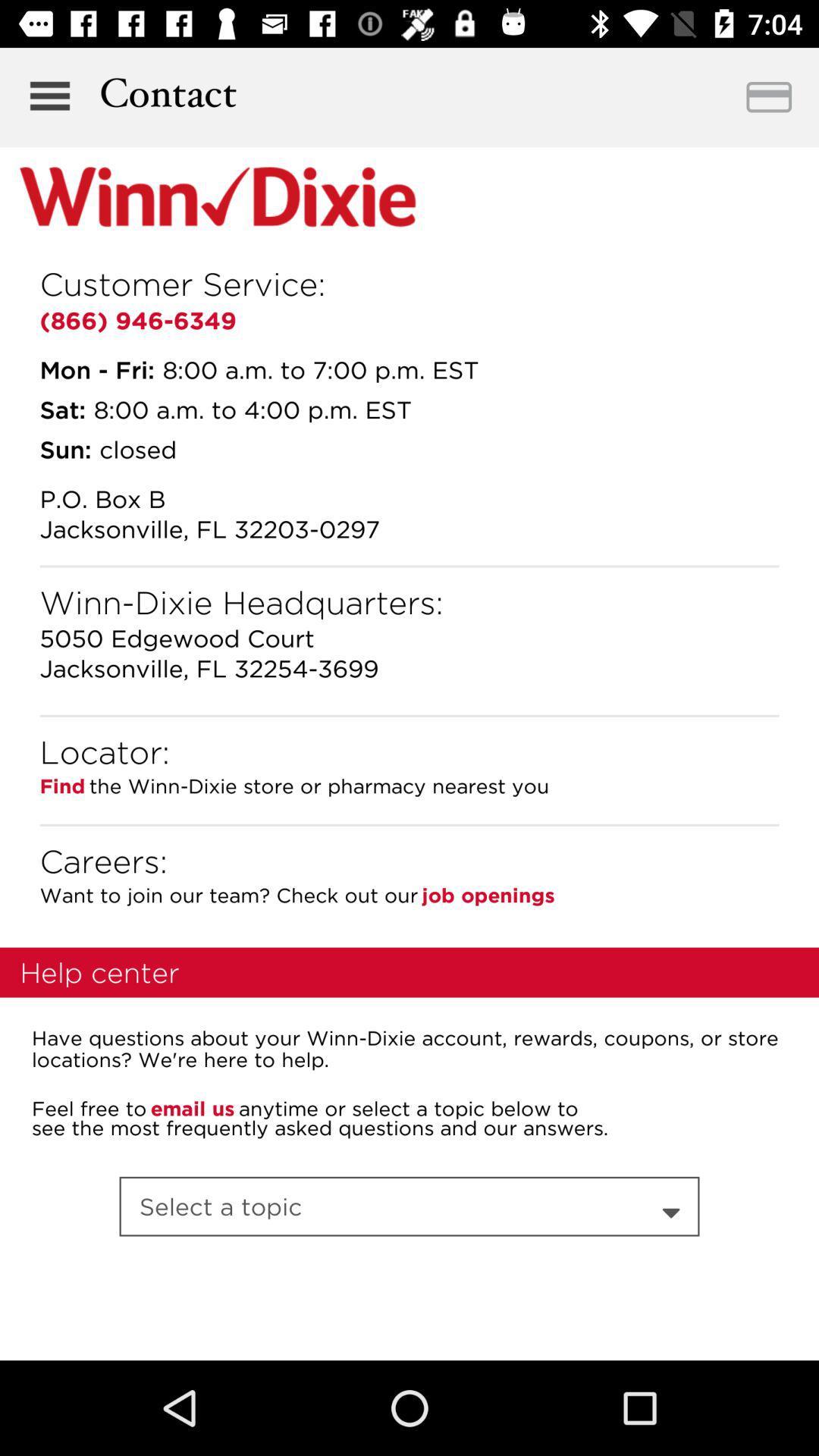 This screenshot has width=819, height=1456. Describe the element at coordinates (228, 895) in the screenshot. I see `icon next to job openings` at that location.